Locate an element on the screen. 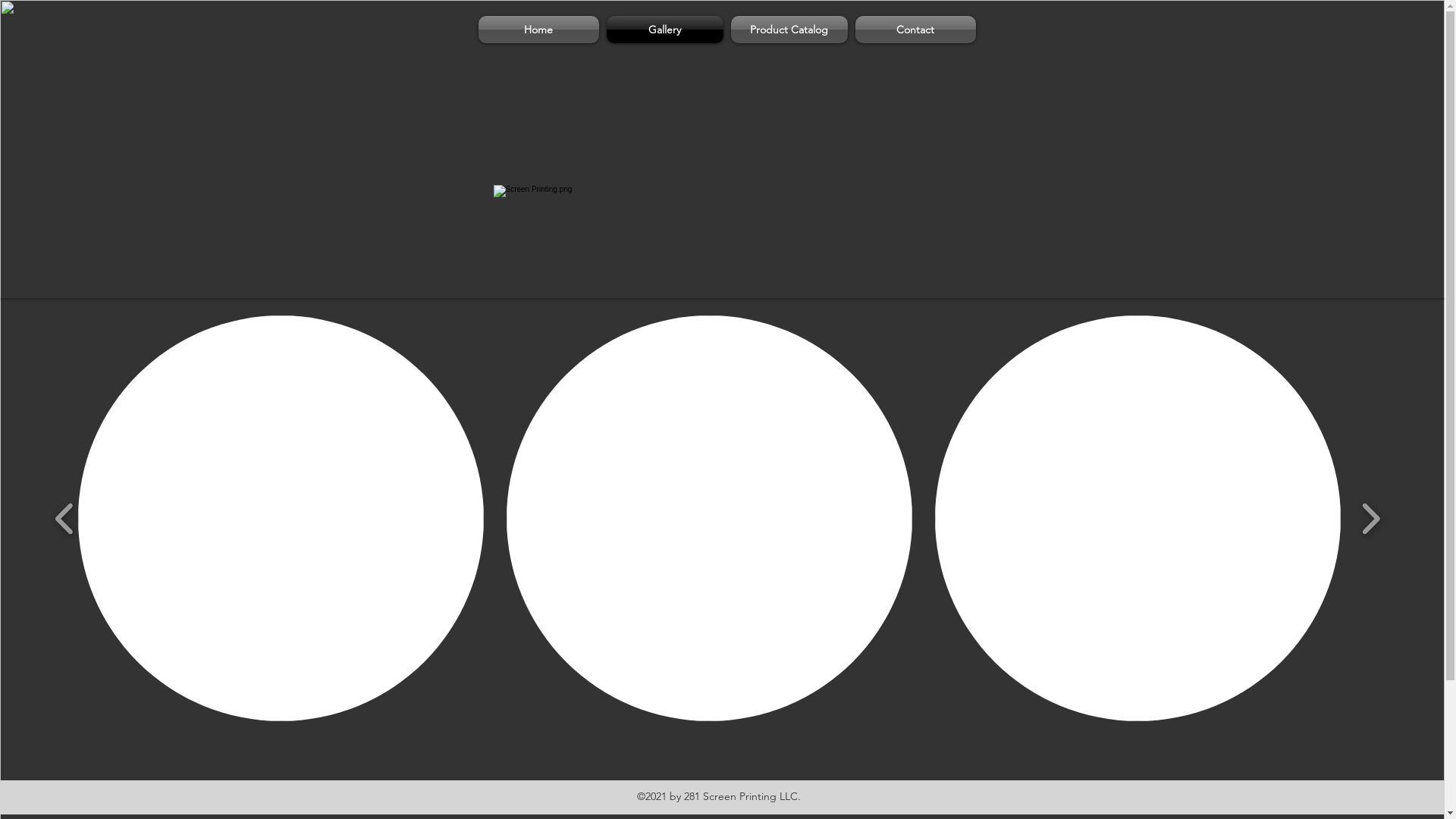 The image size is (1456, 819). 'Gallery' is located at coordinates (664, 29).